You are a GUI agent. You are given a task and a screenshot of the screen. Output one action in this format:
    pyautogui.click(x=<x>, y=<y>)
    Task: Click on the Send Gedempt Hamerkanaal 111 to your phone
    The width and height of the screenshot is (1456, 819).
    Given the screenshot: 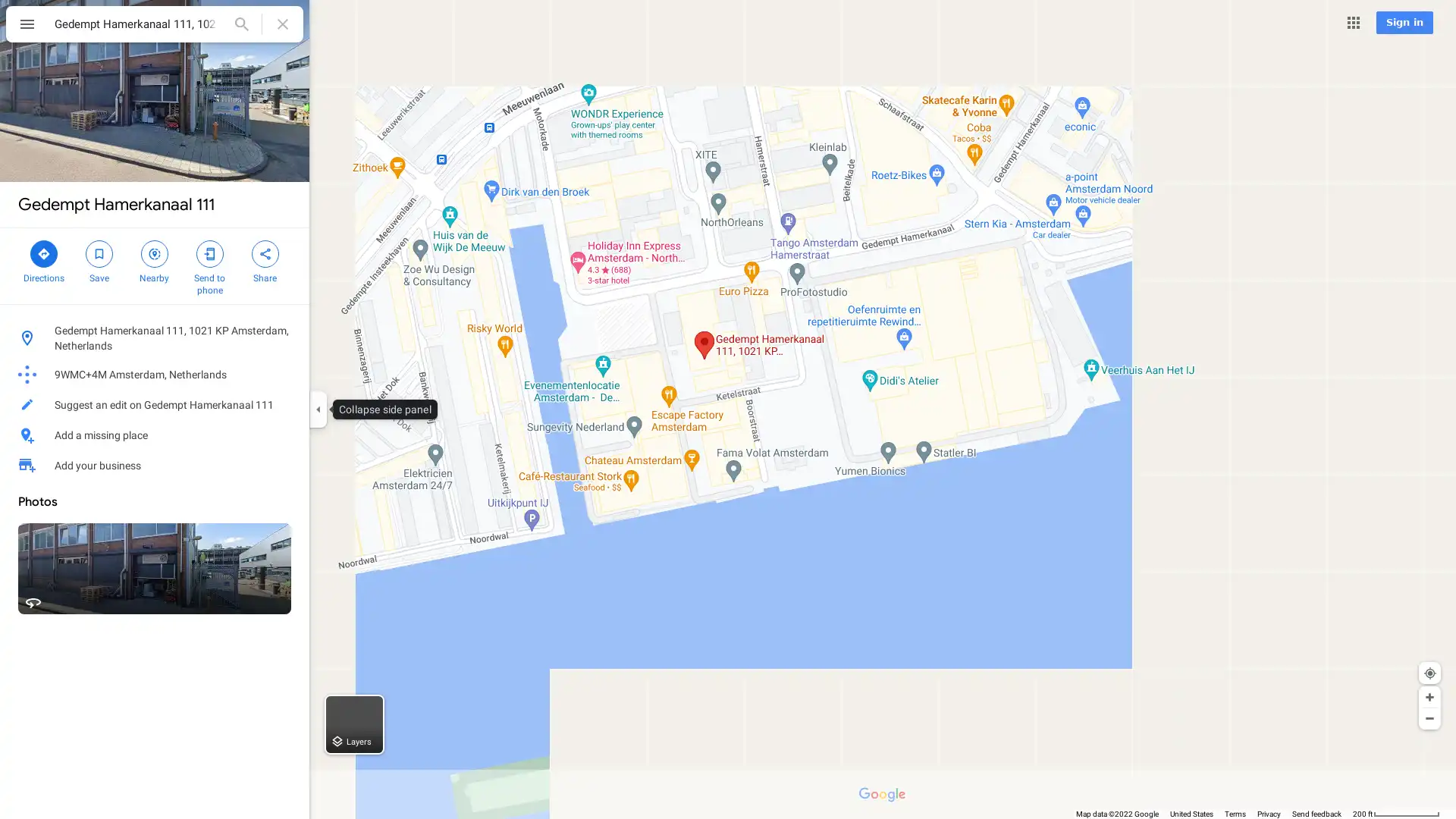 What is the action you would take?
    pyautogui.click(x=209, y=265)
    